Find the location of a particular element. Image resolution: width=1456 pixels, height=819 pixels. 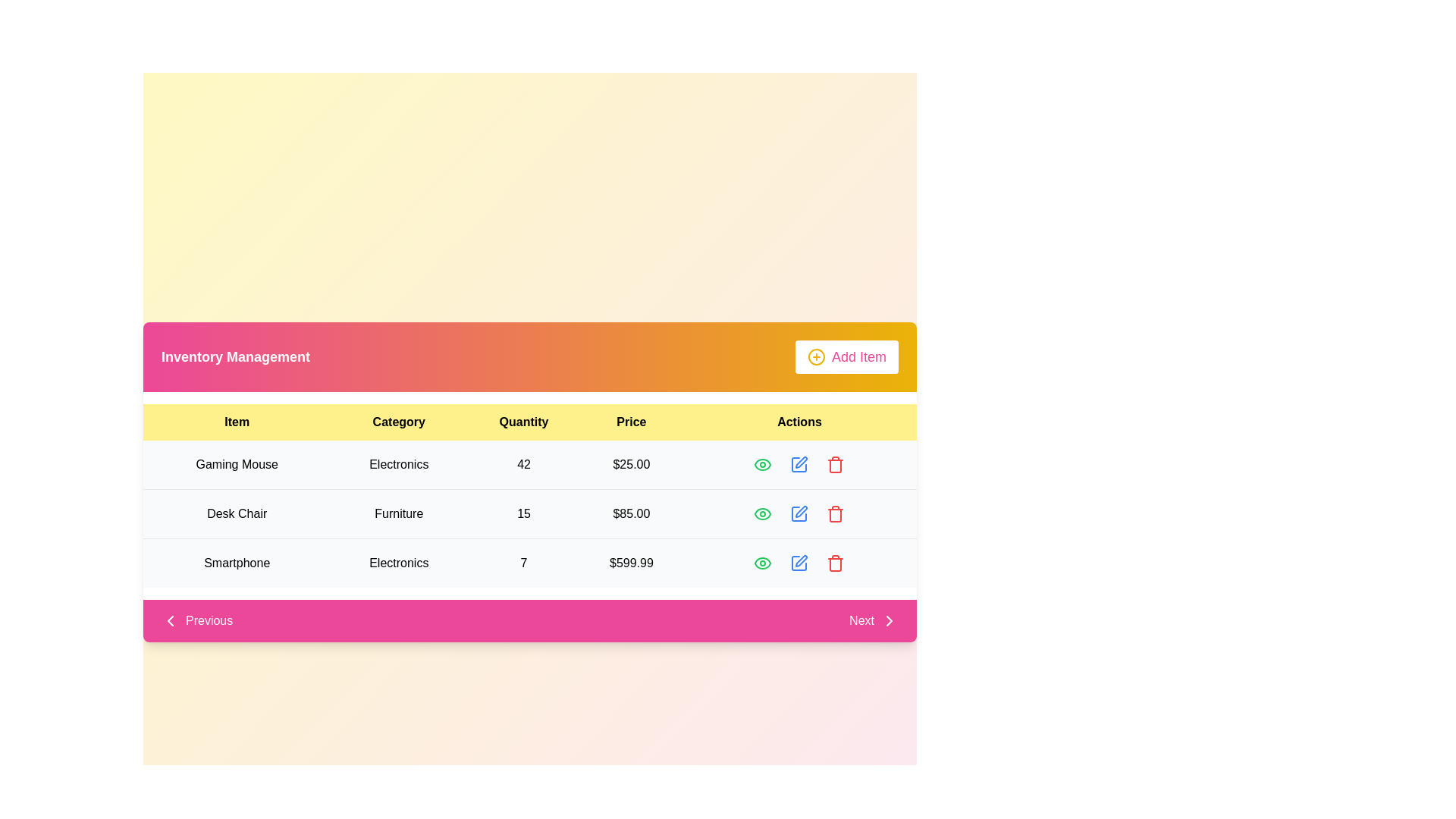

the red trash bin icon button located in the 'Actions' column of the second row is located at coordinates (835, 513).